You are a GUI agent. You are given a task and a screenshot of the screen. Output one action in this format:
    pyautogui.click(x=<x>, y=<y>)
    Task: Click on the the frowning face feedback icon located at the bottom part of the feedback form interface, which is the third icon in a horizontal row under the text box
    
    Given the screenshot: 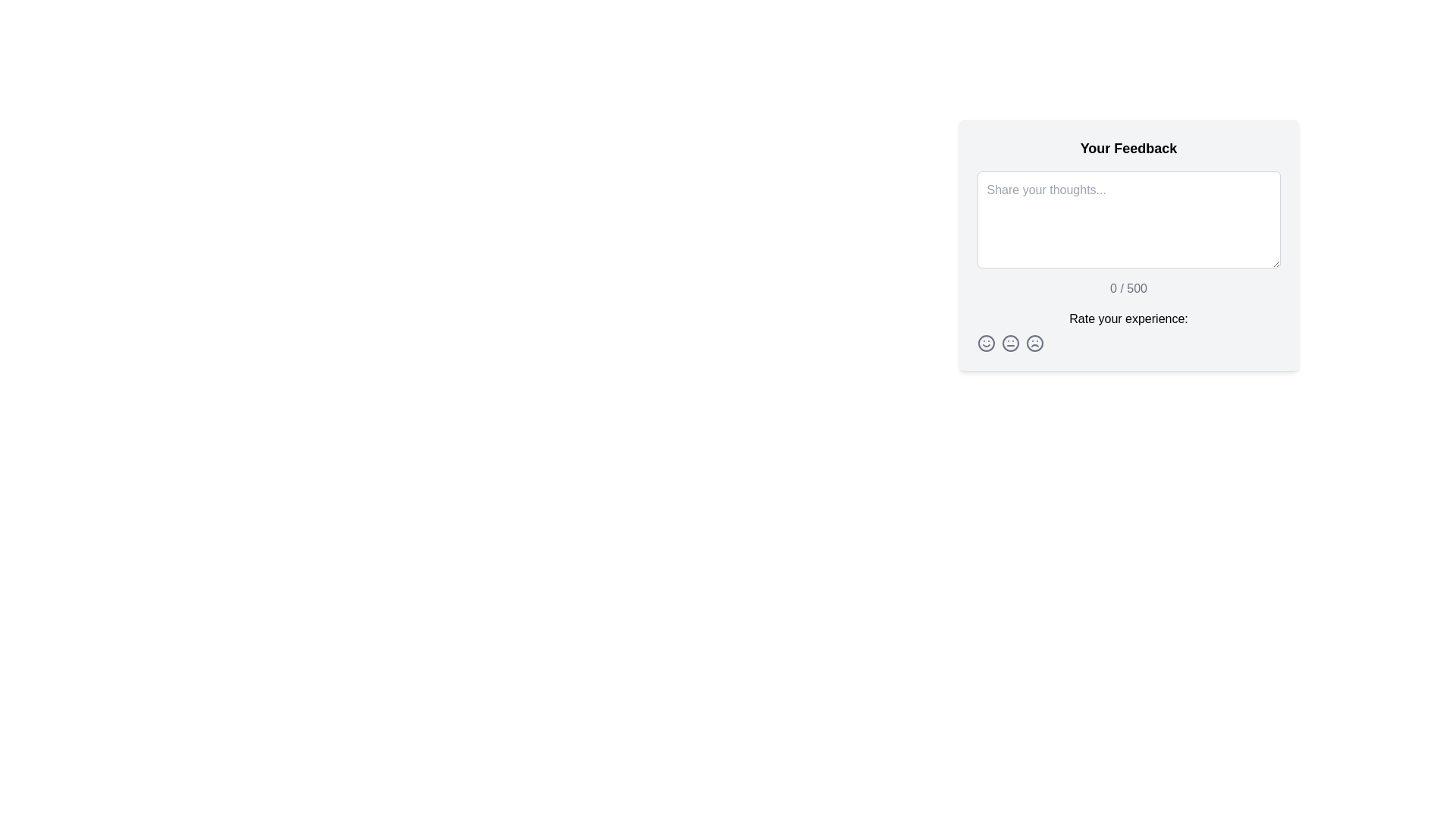 What is the action you would take?
    pyautogui.click(x=1034, y=343)
    